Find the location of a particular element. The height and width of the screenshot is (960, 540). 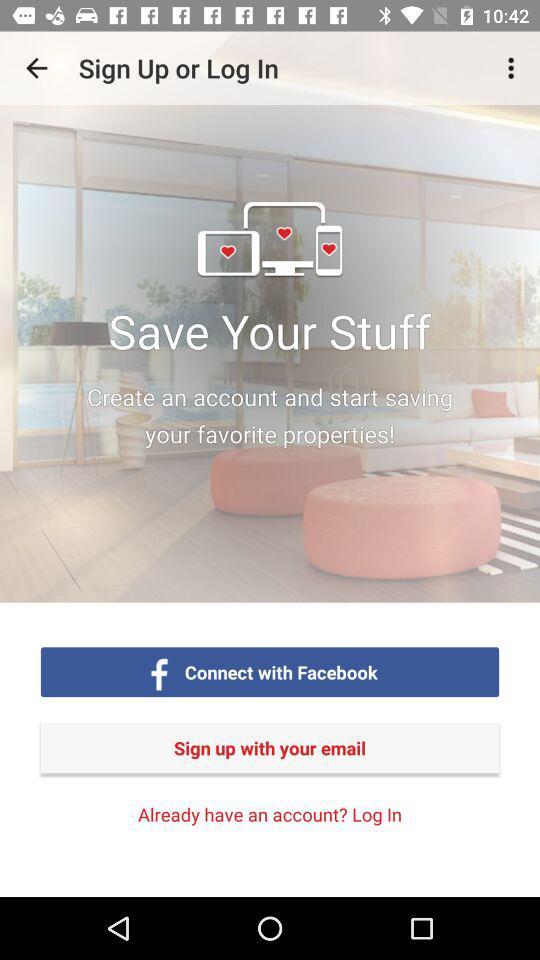

the item at the top right corner is located at coordinates (513, 68).